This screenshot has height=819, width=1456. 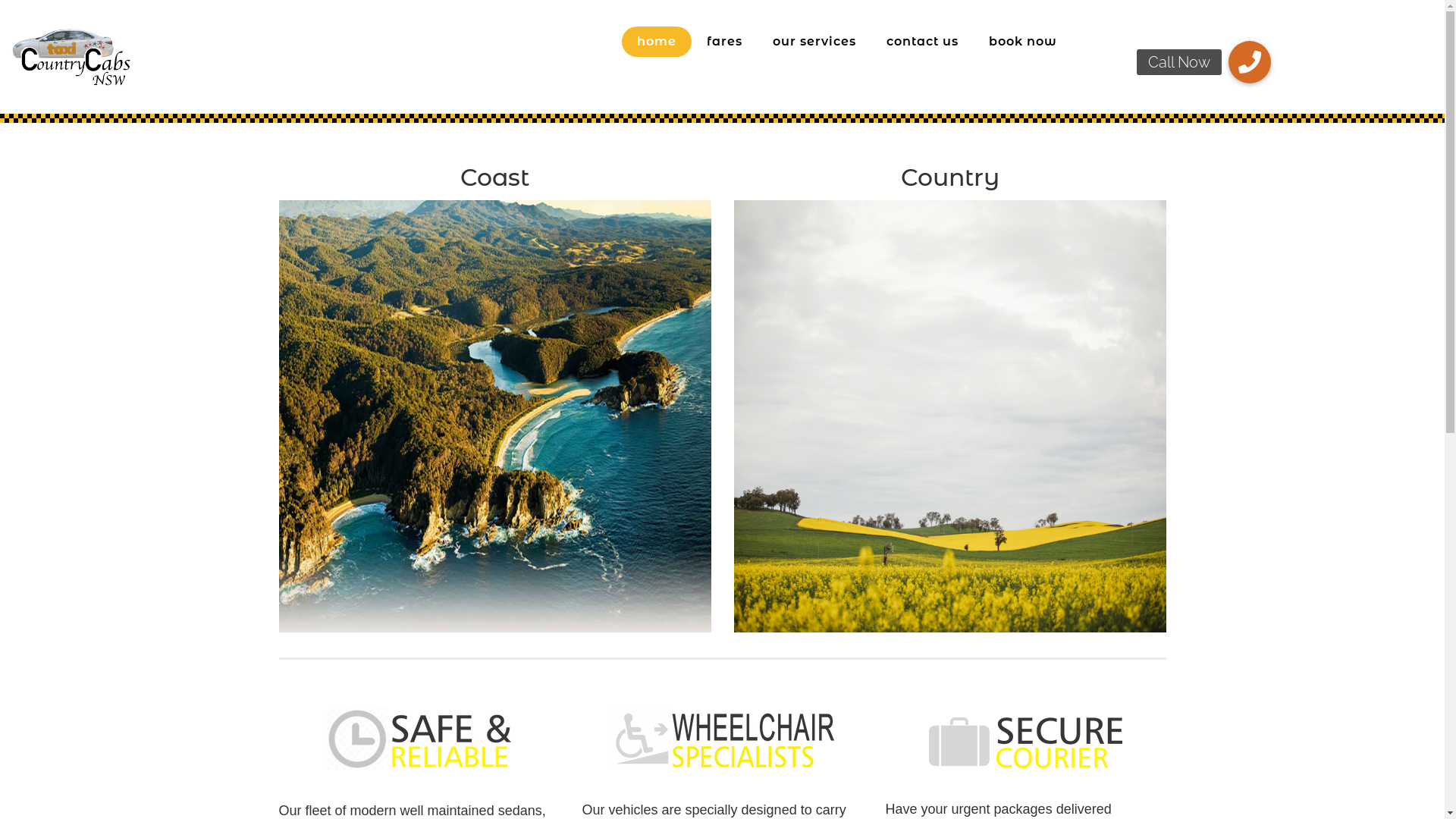 I want to click on 'Call Now', so click(x=1249, y=61).